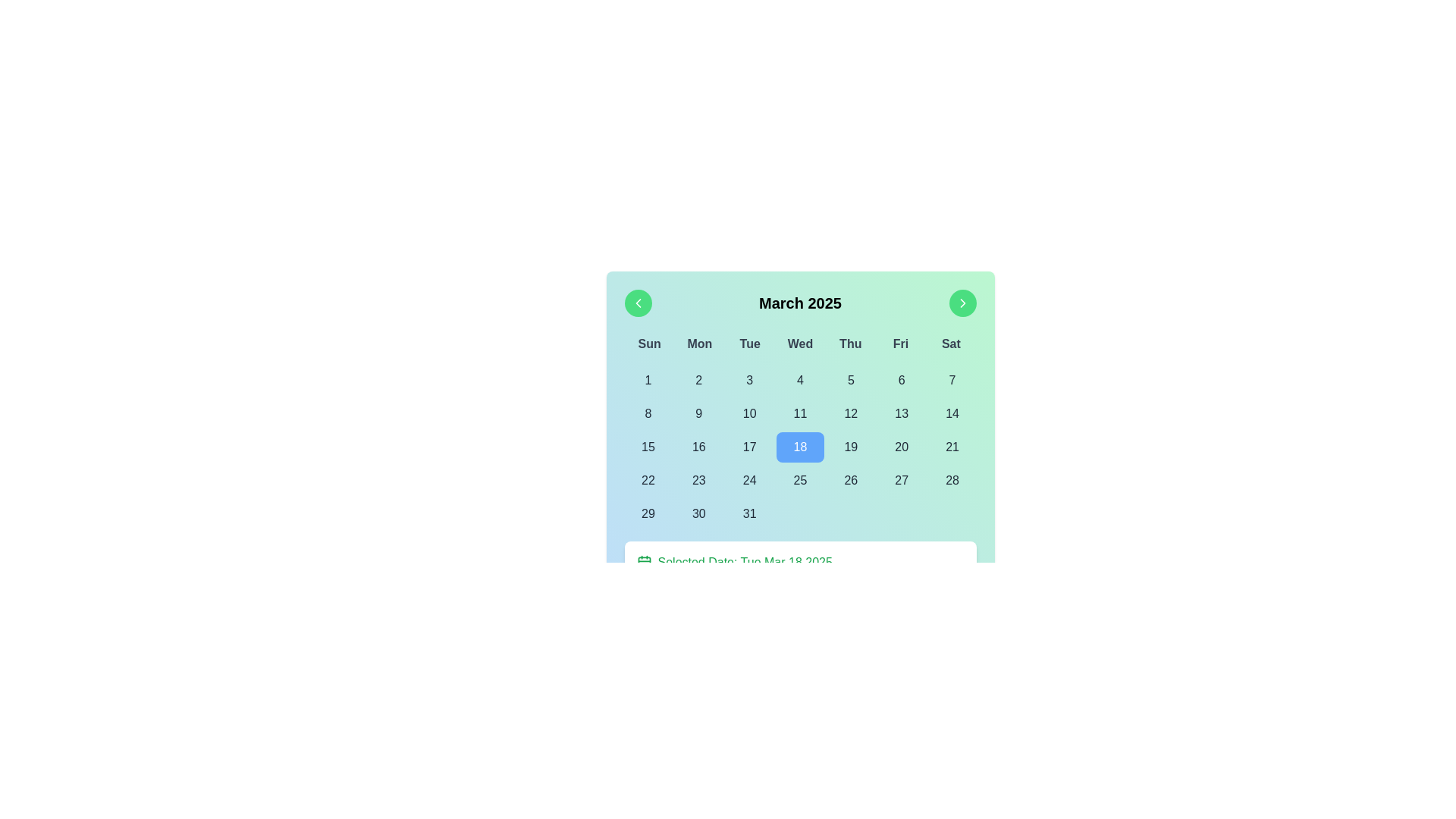  I want to click on the static text label that displays the current month and year in the calendar, located centrally among navigation buttons, so click(799, 303).